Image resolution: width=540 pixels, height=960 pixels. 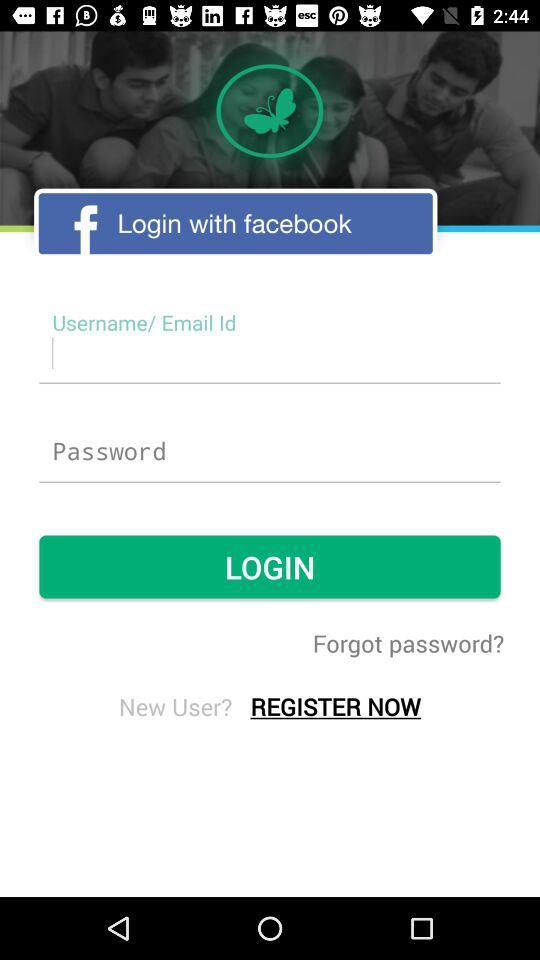 What do you see at coordinates (270, 353) in the screenshot?
I see `input user name and or email id` at bounding box center [270, 353].